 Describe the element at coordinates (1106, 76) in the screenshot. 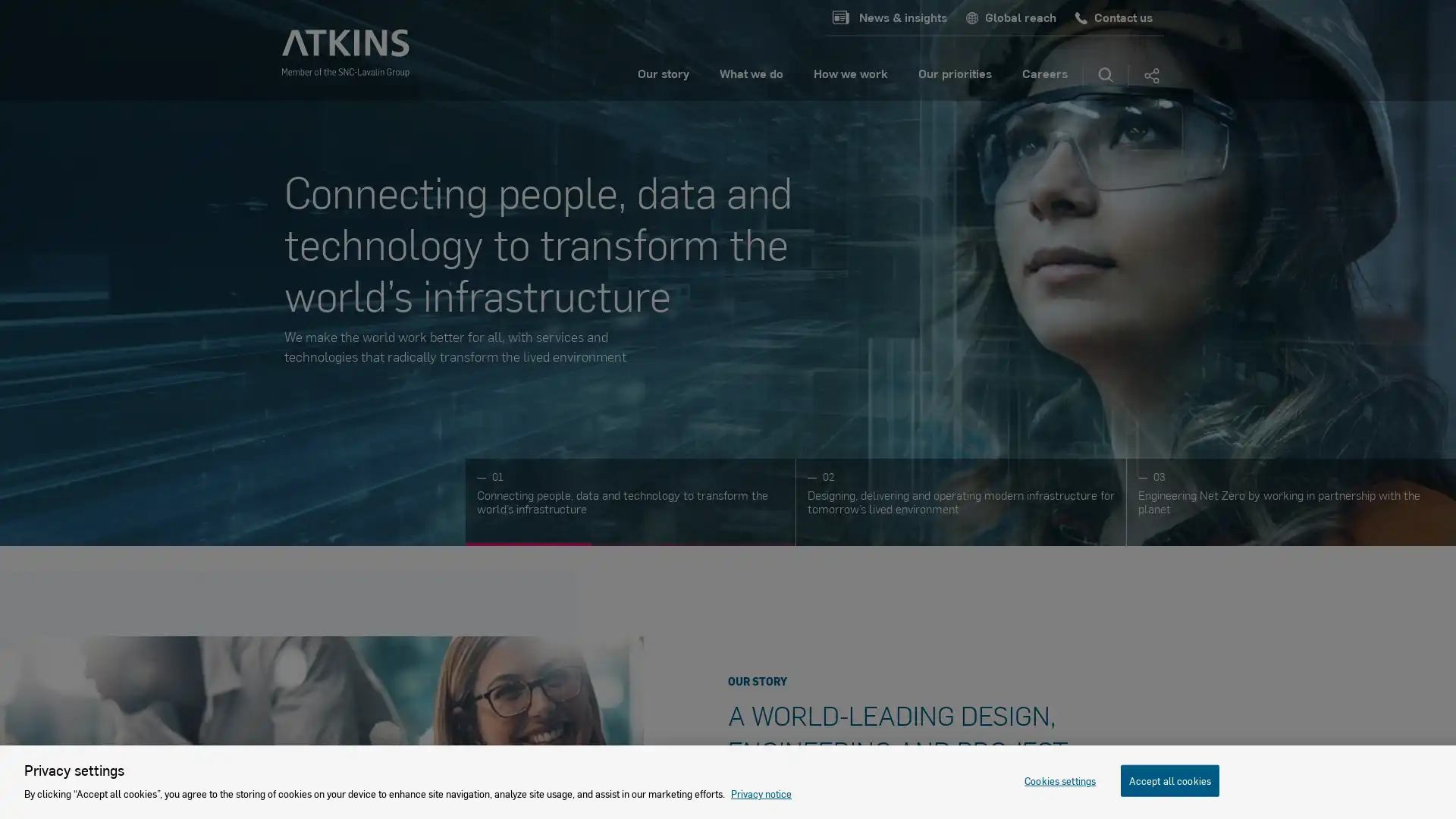

I see `Search` at that location.